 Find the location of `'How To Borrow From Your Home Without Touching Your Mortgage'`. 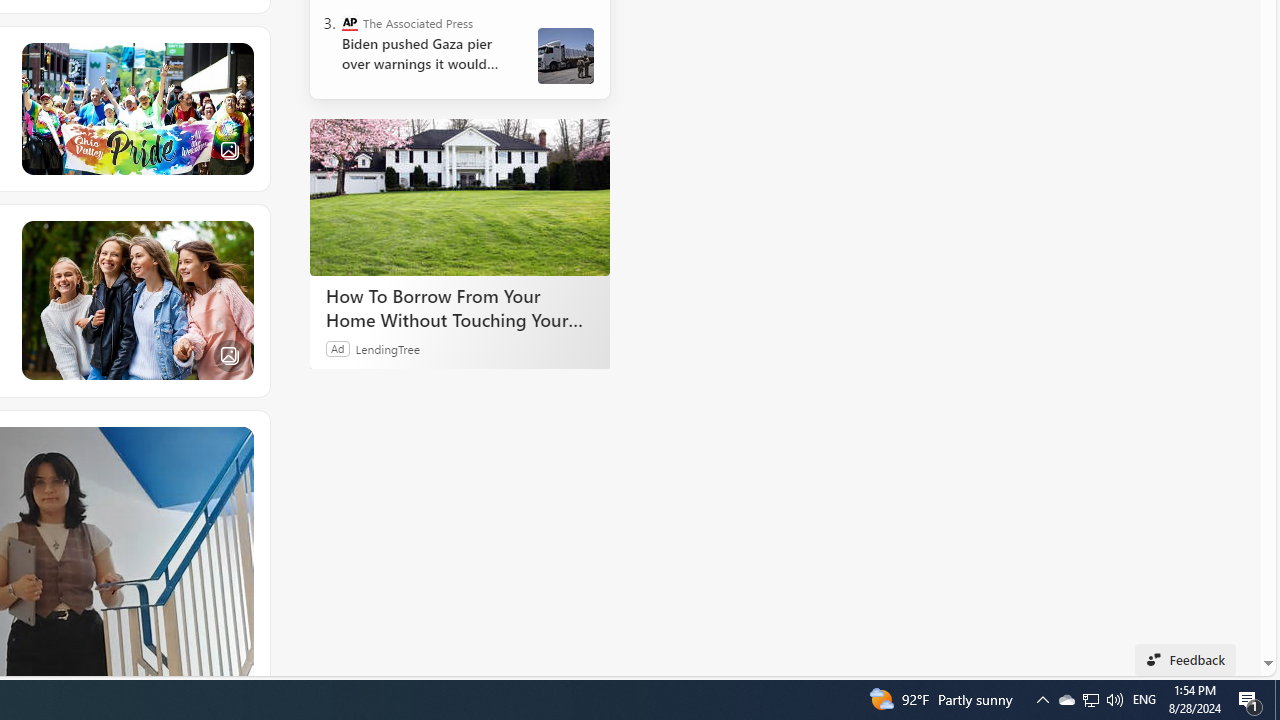

'How To Borrow From Your Home Without Touching Your Mortgage' is located at coordinates (459, 197).